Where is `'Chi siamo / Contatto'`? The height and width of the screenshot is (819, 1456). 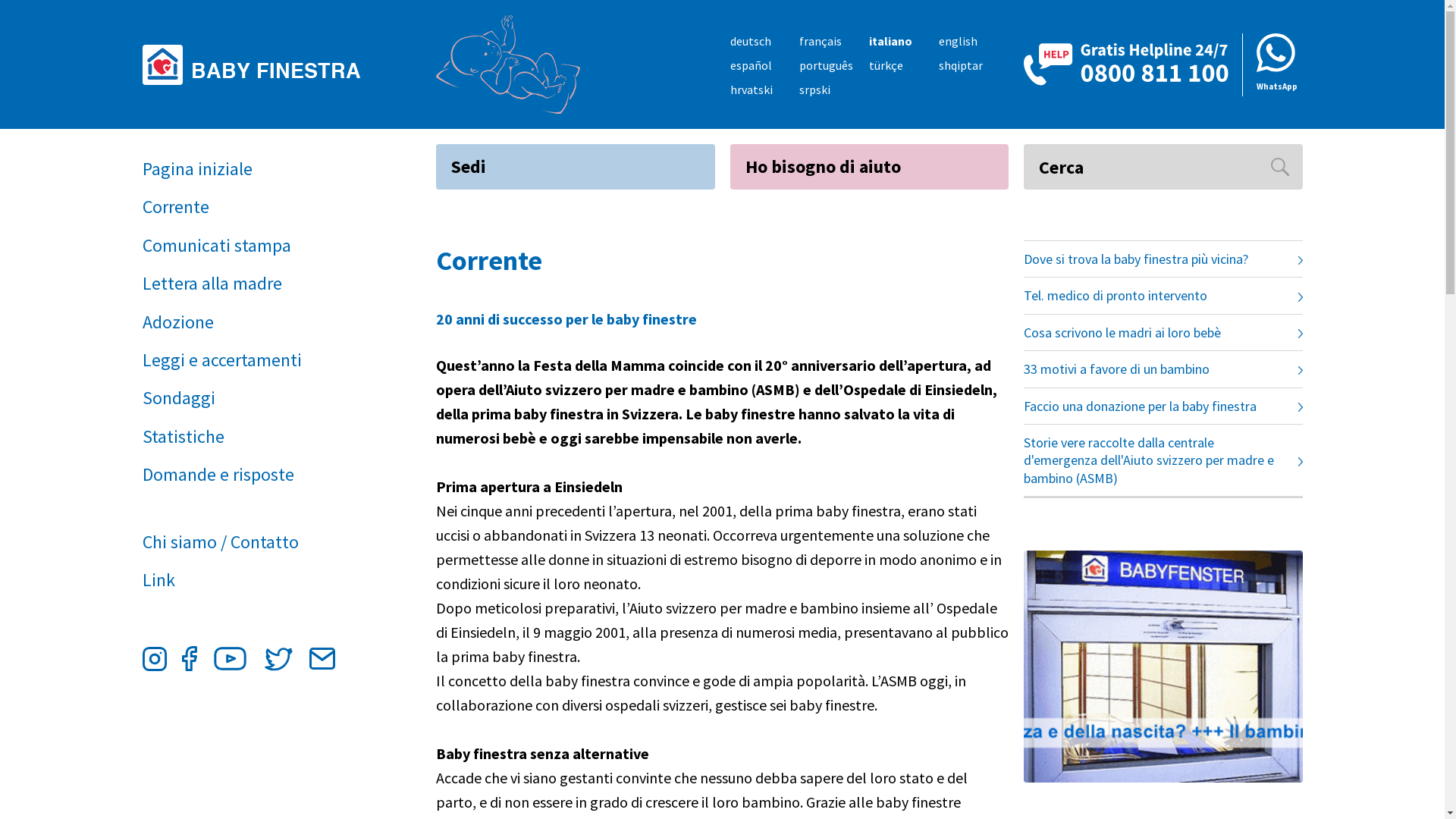 'Chi siamo / Contatto' is located at coordinates (254, 541).